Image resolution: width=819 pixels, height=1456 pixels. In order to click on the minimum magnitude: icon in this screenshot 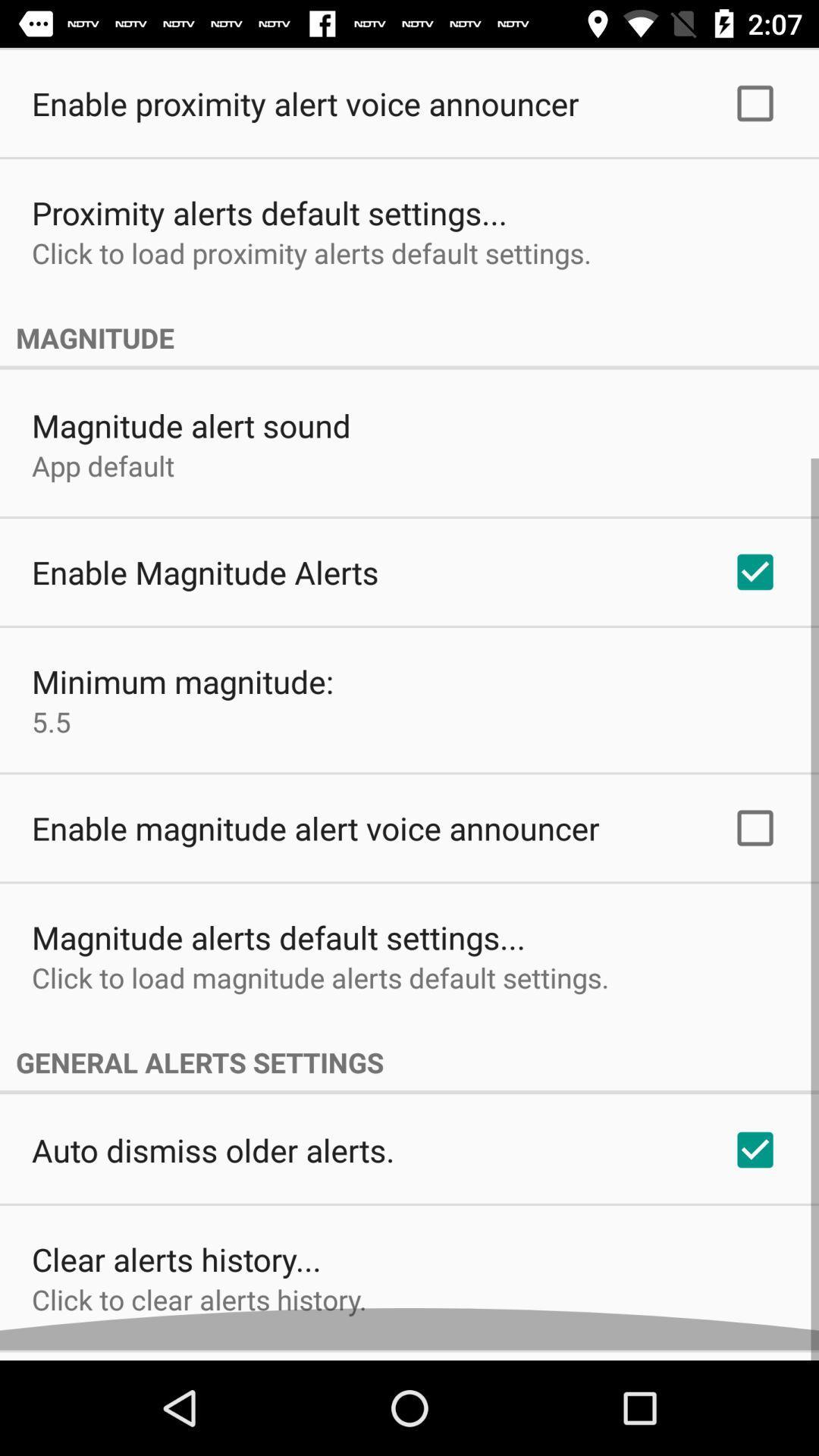, I will do `click(182, 691)`.